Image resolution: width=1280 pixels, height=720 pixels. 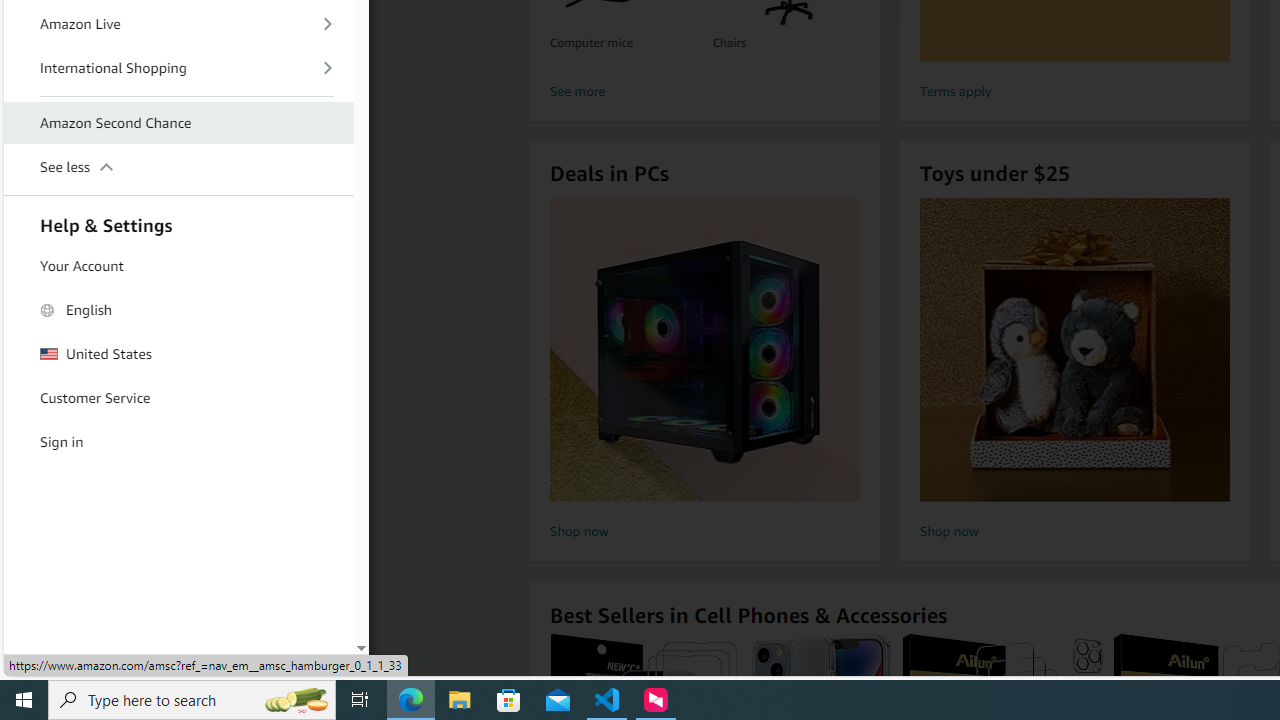 What do you see at coordinates (179, 310) in the screenshot?
I see `'English'` at bounding box center [179, 310].